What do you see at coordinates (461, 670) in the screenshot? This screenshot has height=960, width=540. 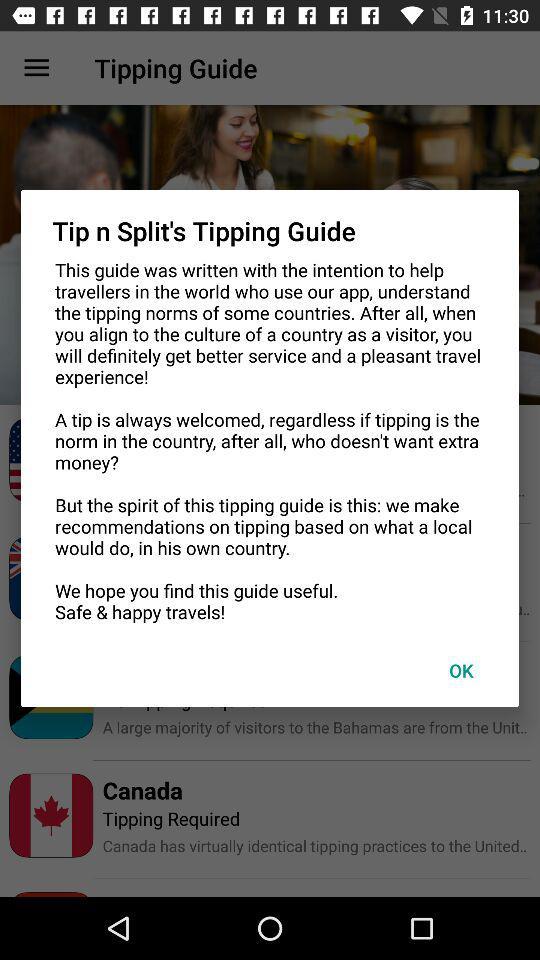 I see `ok at the bottom right corner` at bounding box center [461, 670].